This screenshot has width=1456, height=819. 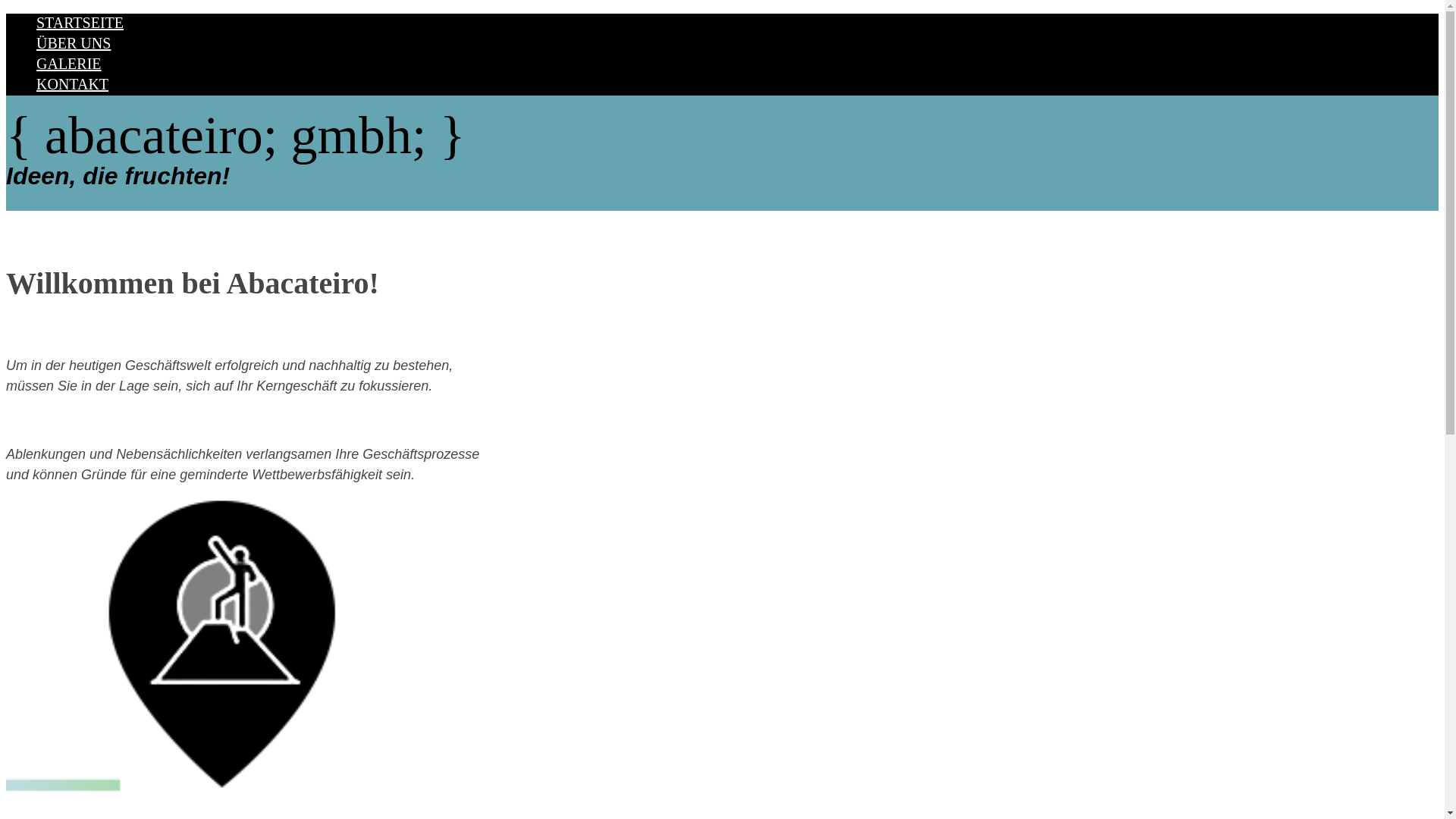 I want to click on 'KONTAKT', so click(x=71, y=84).